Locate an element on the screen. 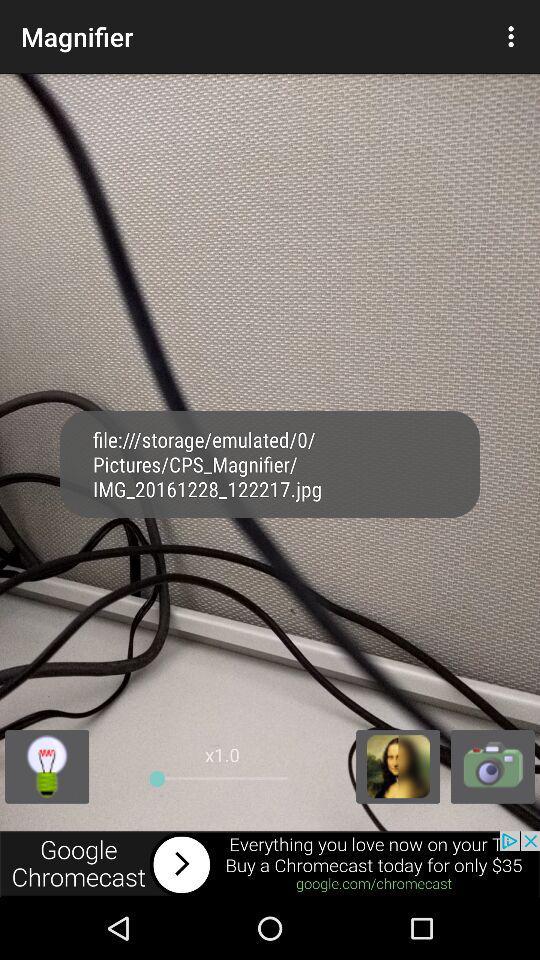 This screenshot has width=540, height=960. magnifier is located at coordinates (398, 765).